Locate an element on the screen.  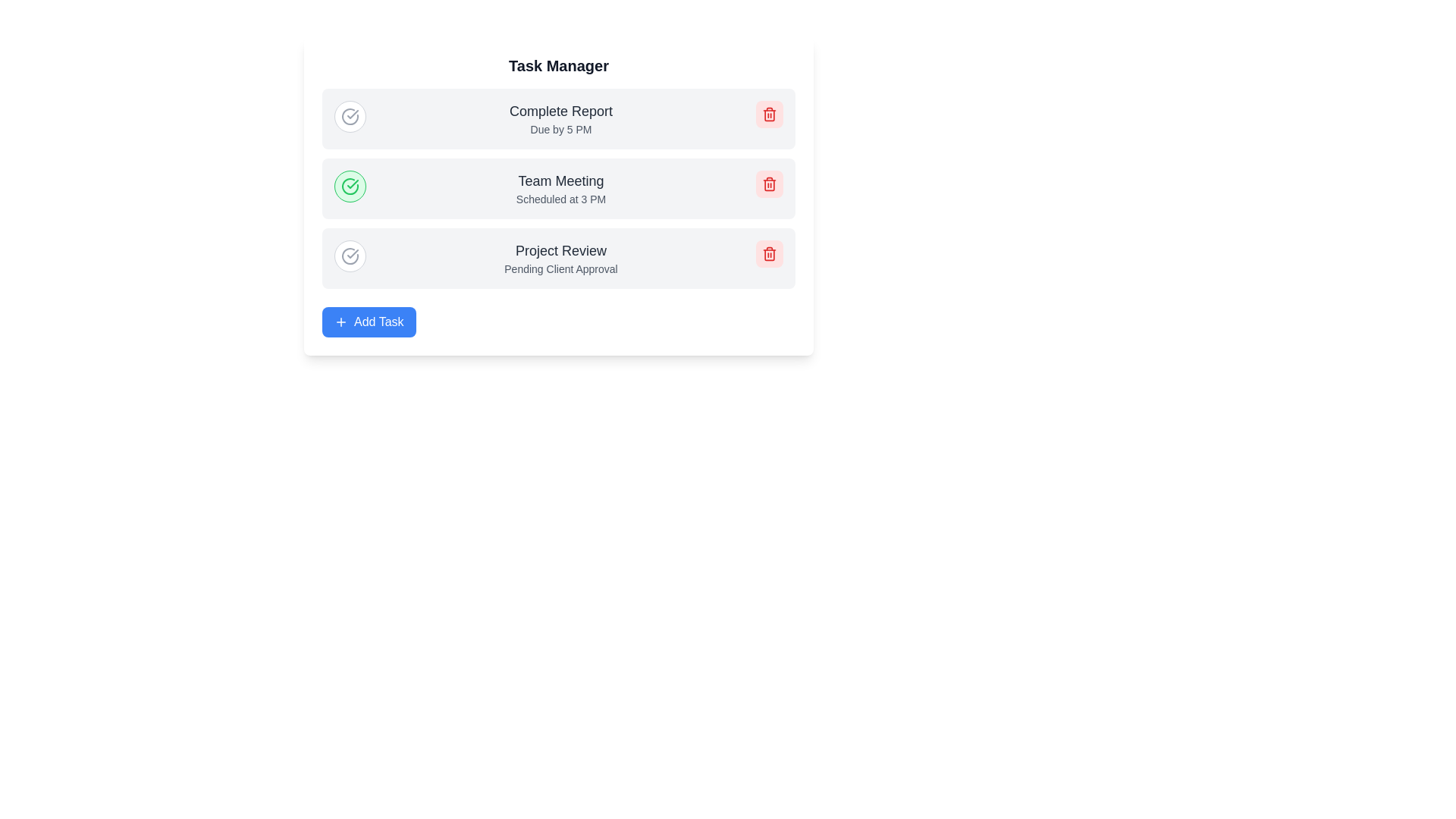
details of the 'Team Meeting' task card, which is the second entry in the vertical list of task items, identified by its light gray background, green check icon, and red trash icon is located at coordinates (558, 188).